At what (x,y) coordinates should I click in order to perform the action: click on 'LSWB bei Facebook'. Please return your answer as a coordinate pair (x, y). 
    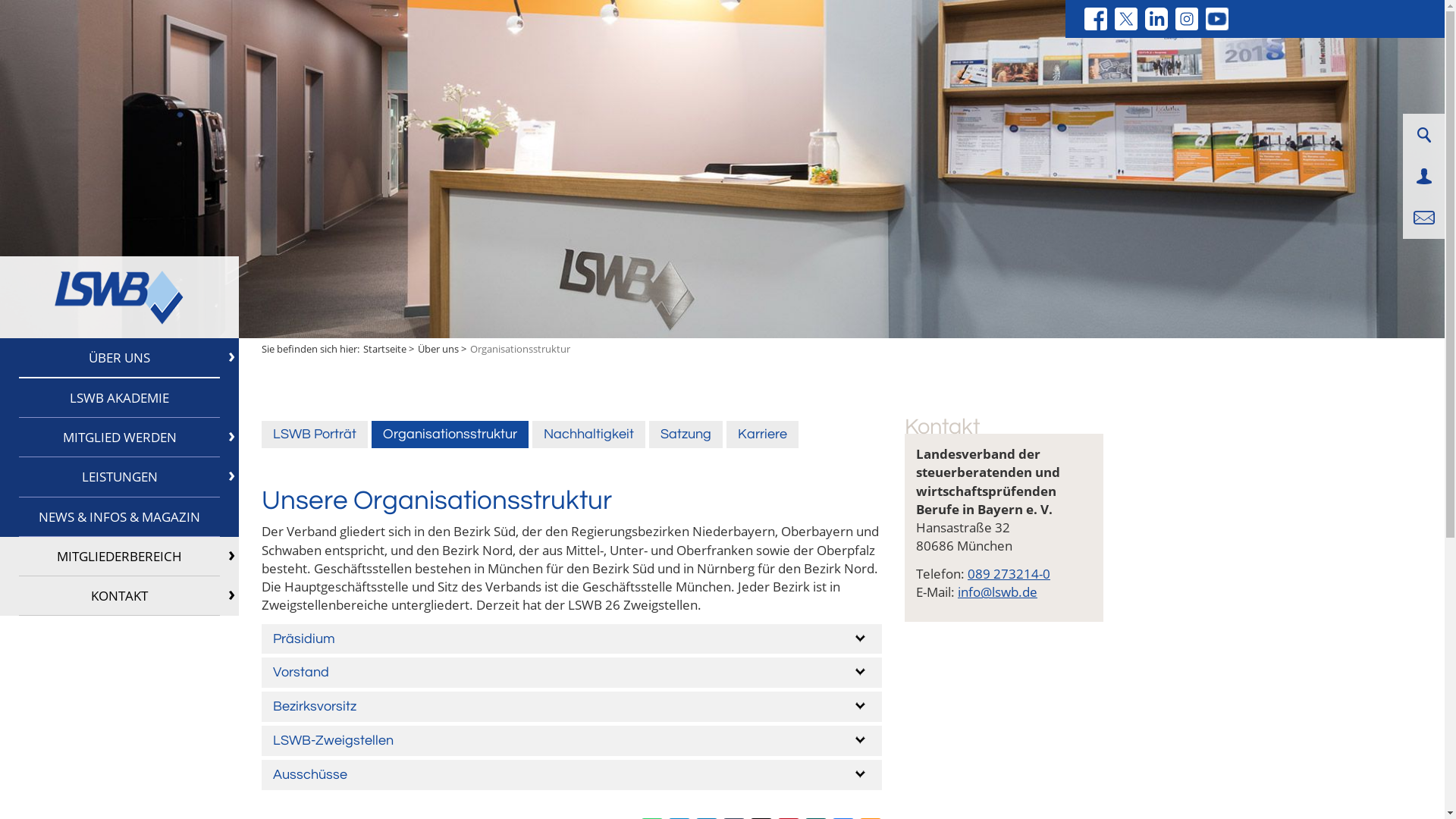
    Looking at the image, I should click on (1095, 18).